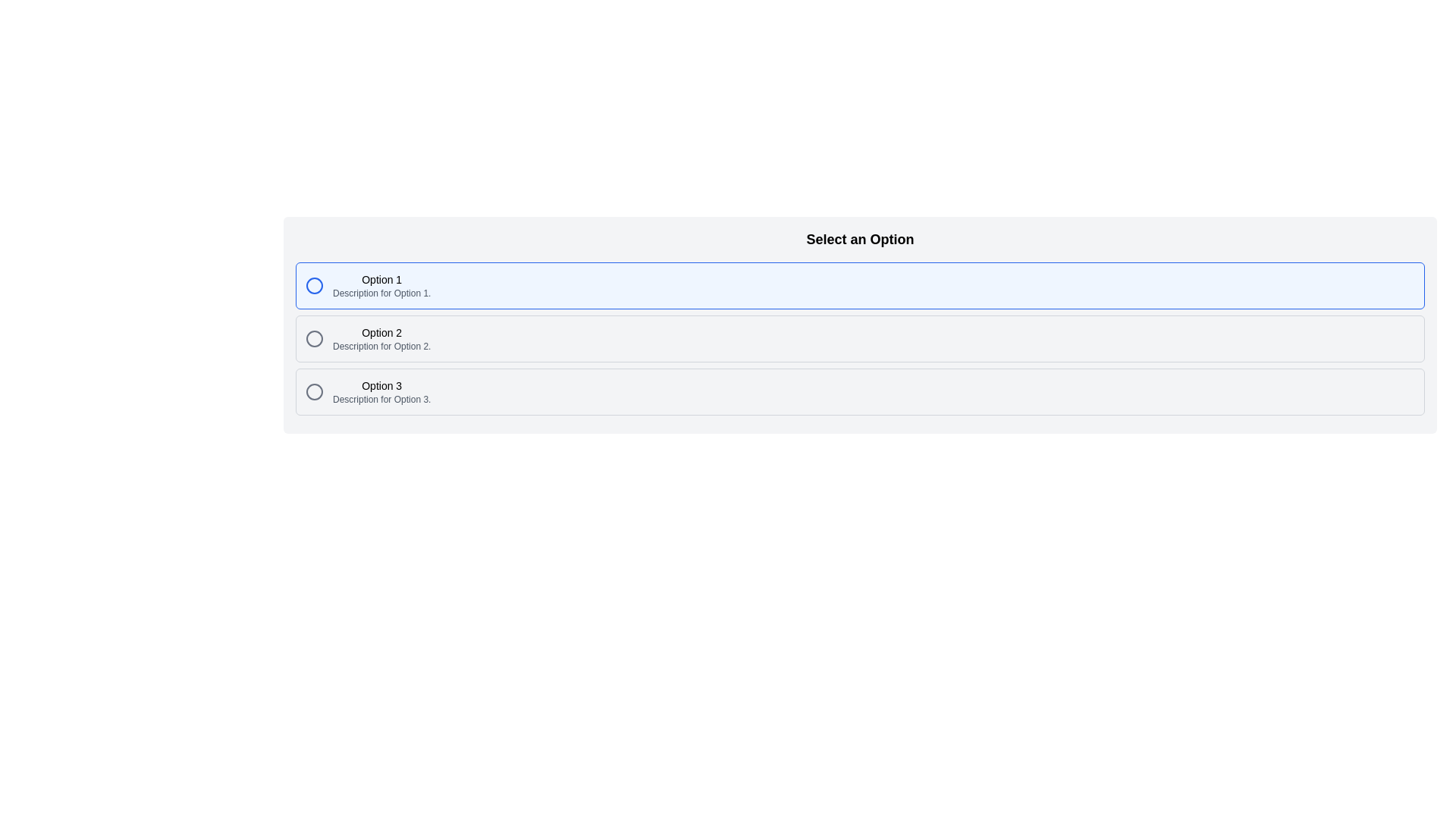 Image resolution: width=1456 pixels, height=819 pixels. I want to click on the gray circular radio button icon located to the left of 'Option 2', so click(313, 338).